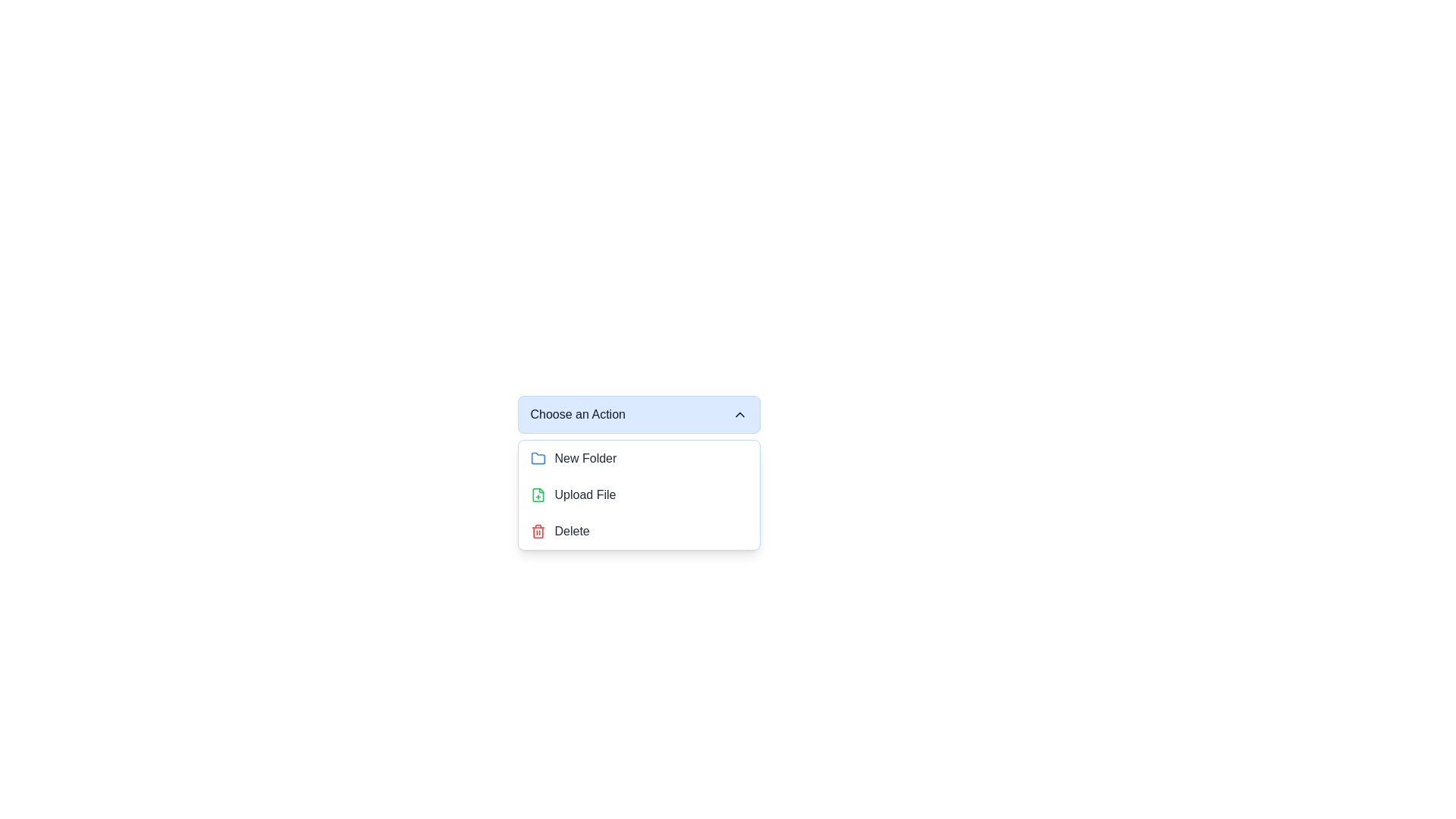  I want to click on the 'Choose an Action' label within the blue rectangular button that has rounded corners, located in the upper region of the dropdown-style button, so click(577, 415).